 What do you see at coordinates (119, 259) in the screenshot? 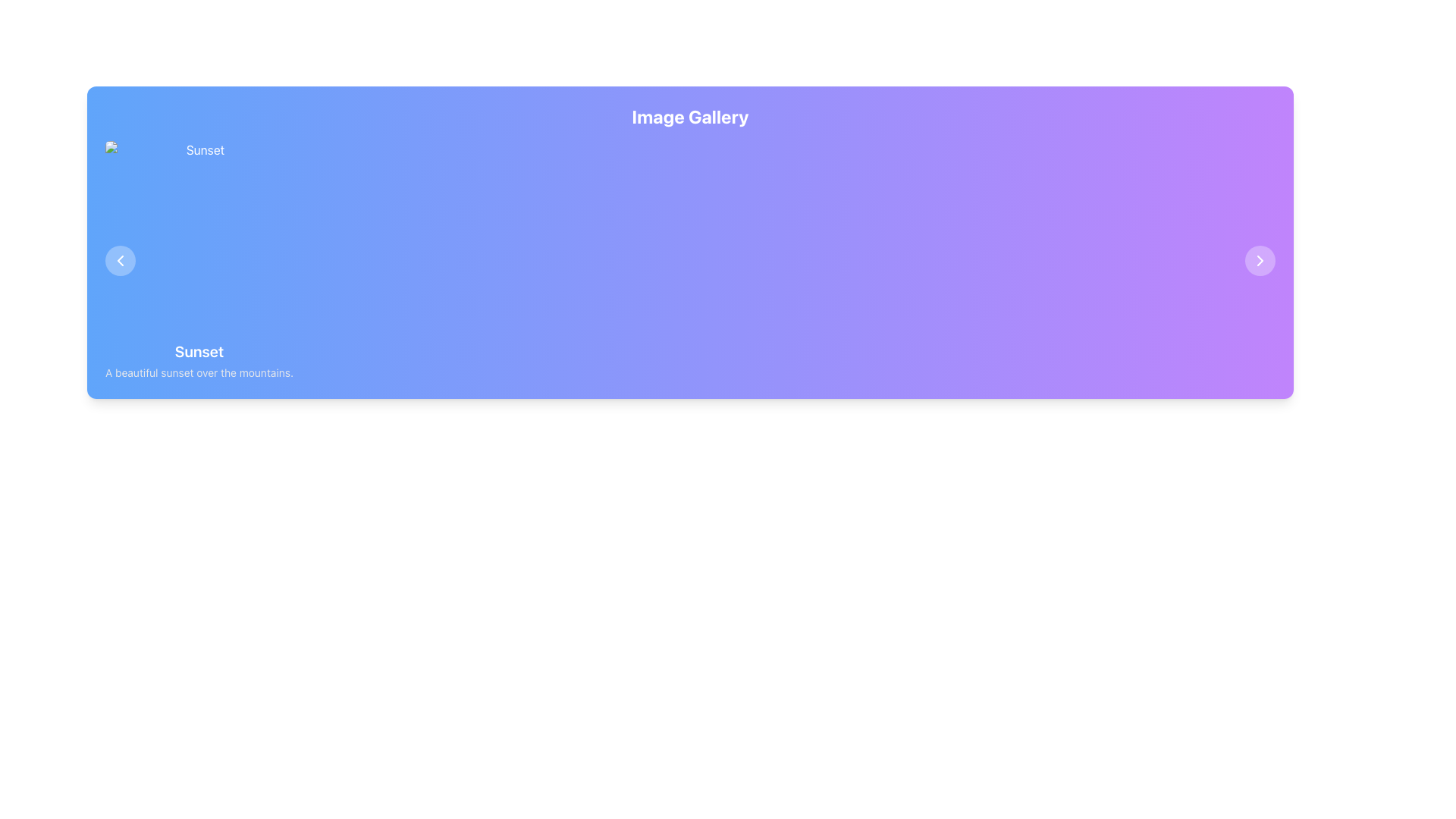
I see `the chevron-style leftward arrow icon` at bounding box center [119, 259].